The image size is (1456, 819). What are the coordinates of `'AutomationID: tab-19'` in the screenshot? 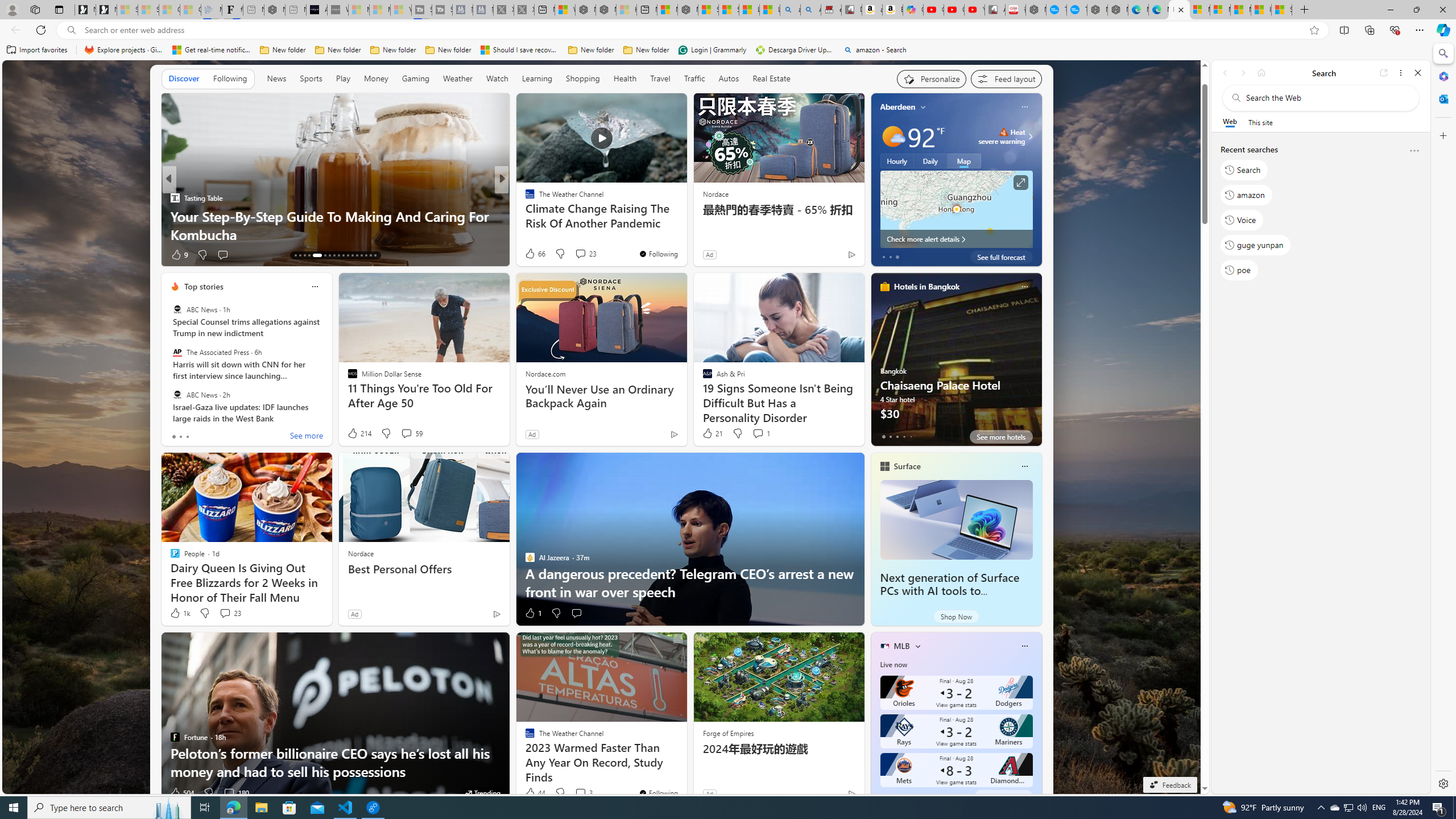 It's located at (329, 255).